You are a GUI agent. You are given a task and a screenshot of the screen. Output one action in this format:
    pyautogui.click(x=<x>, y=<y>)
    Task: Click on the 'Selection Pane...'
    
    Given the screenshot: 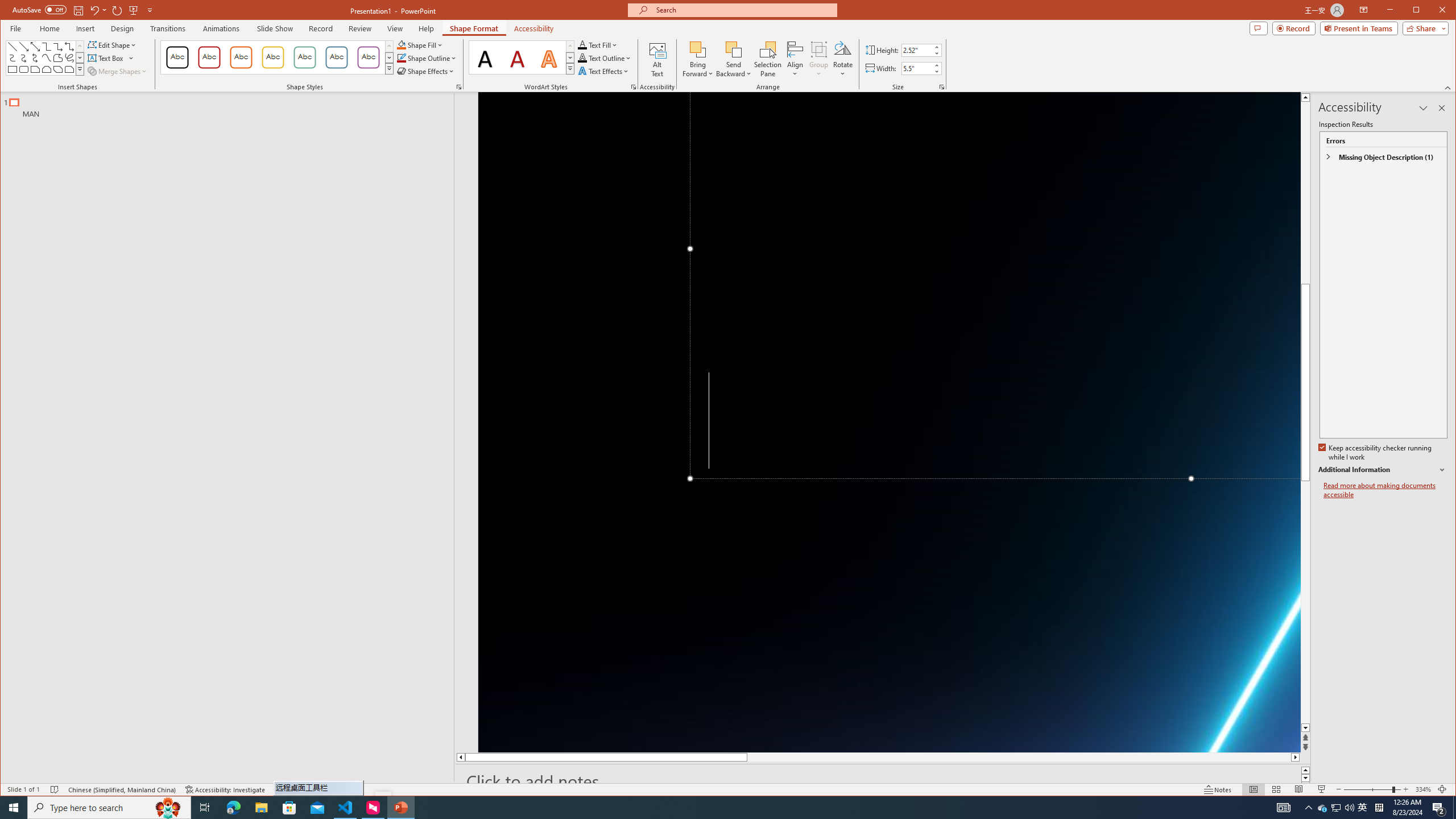 What is the action you would take?
    pyautogui.click(x=767, y=59)
    